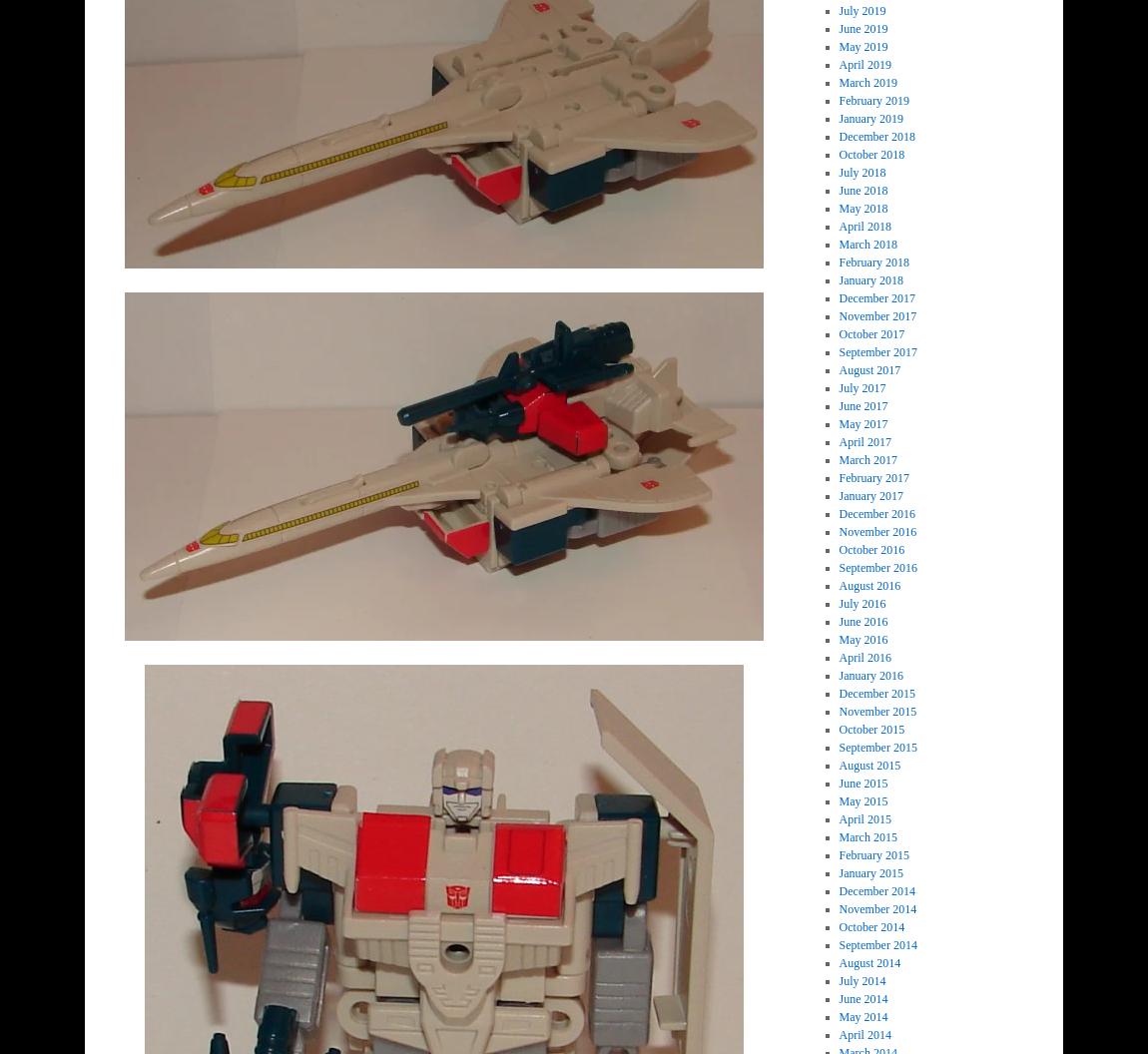 The width and height of the screenshot is (1148, 1054). I want to click on 'January 2017', so click(870, 494).